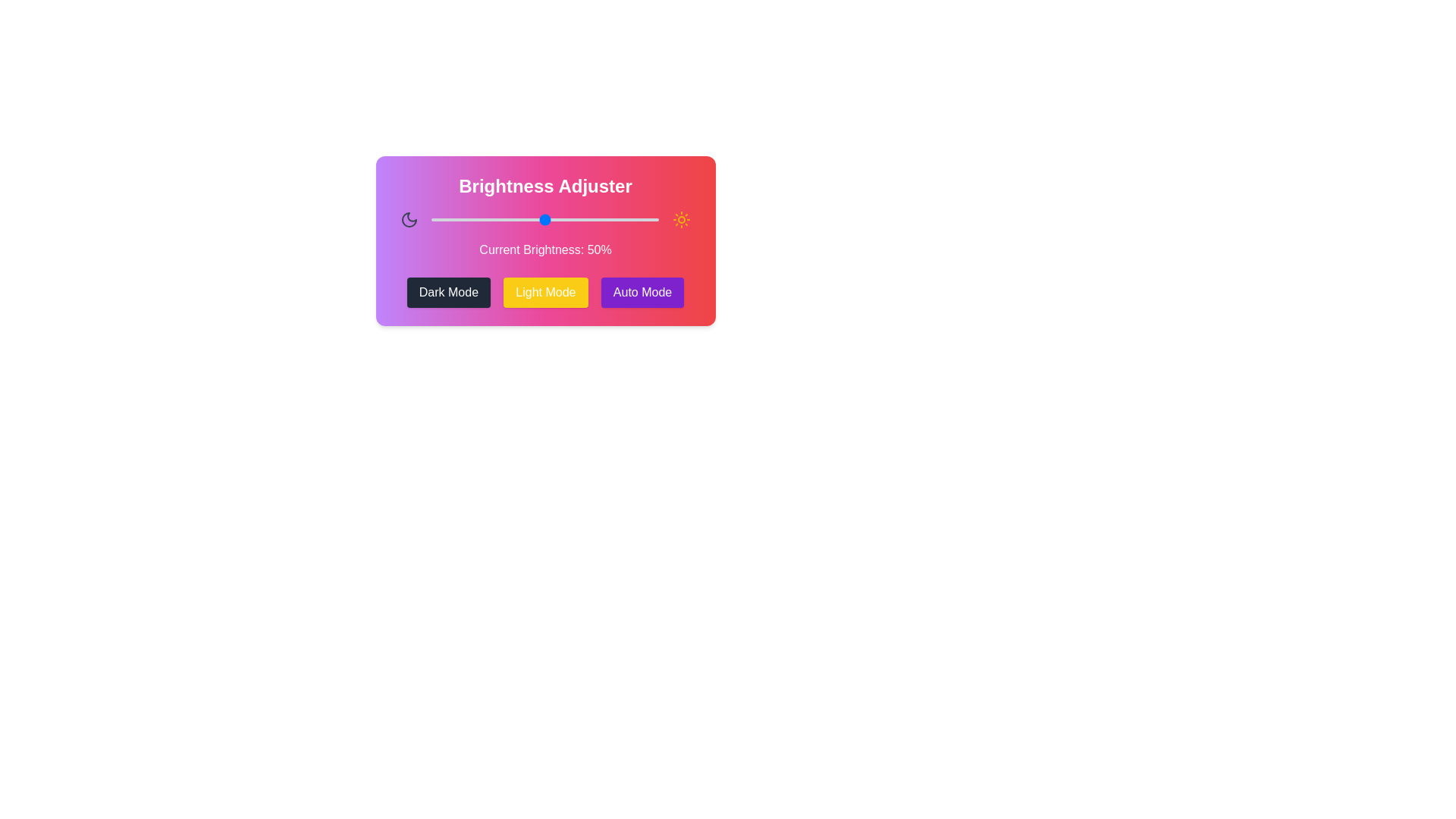  What do you see at coordinates (560, 219) in the screenshot?
I see `the brightness slider to 57%` at bounding box center [560, 219].